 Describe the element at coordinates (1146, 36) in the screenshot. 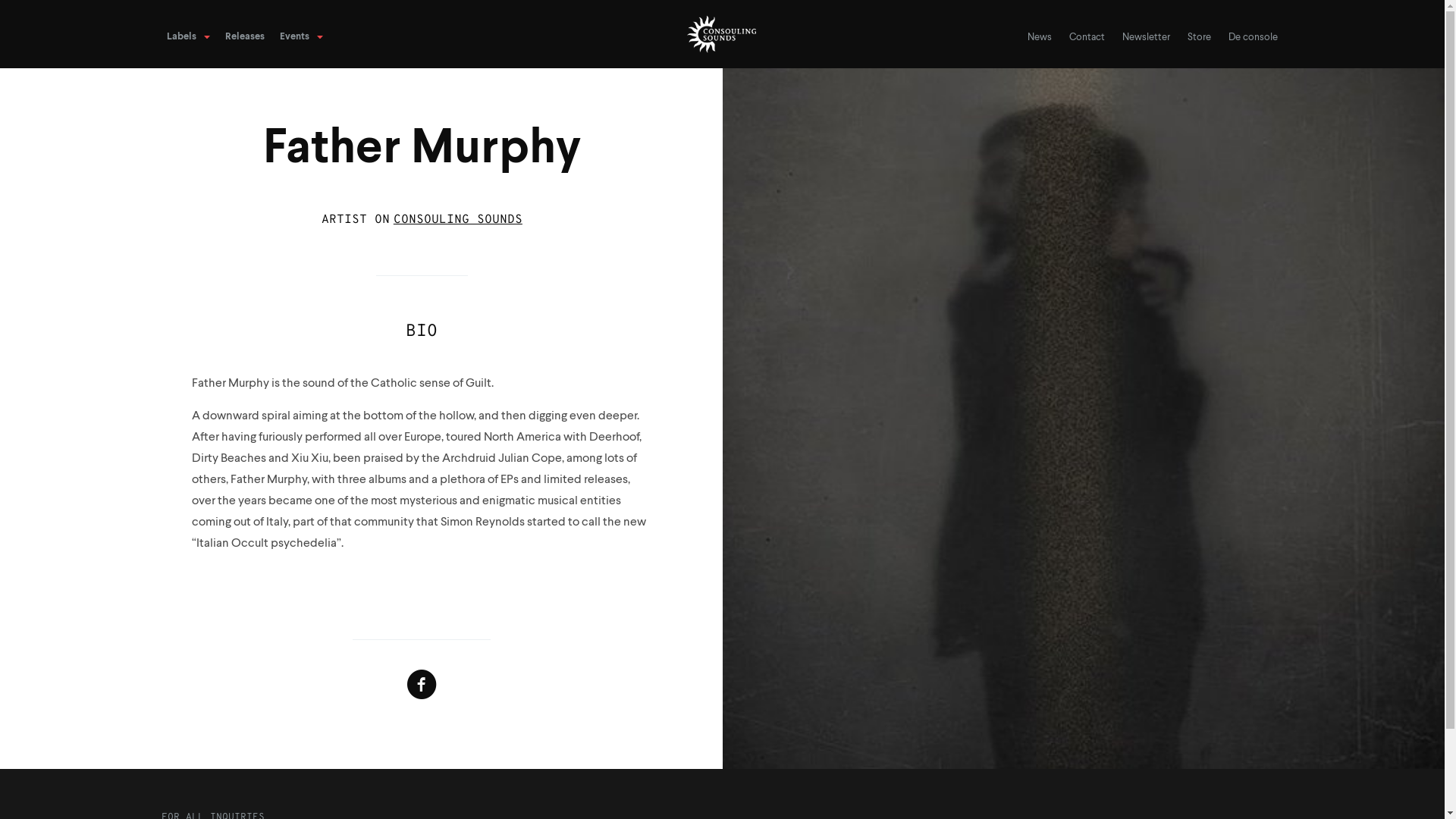

I see `'Newsletter'` at that location.